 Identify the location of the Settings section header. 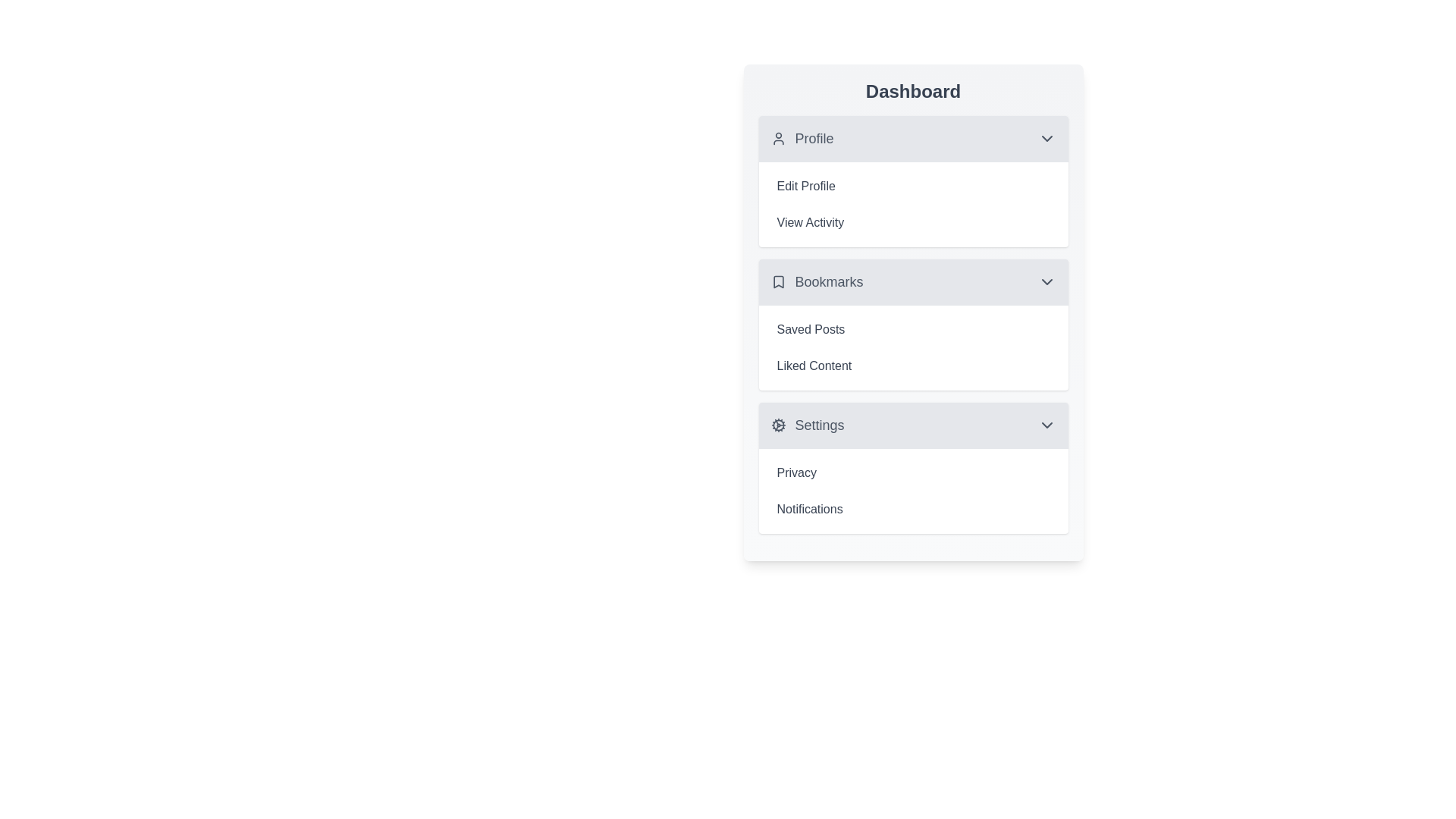
(912, 425).